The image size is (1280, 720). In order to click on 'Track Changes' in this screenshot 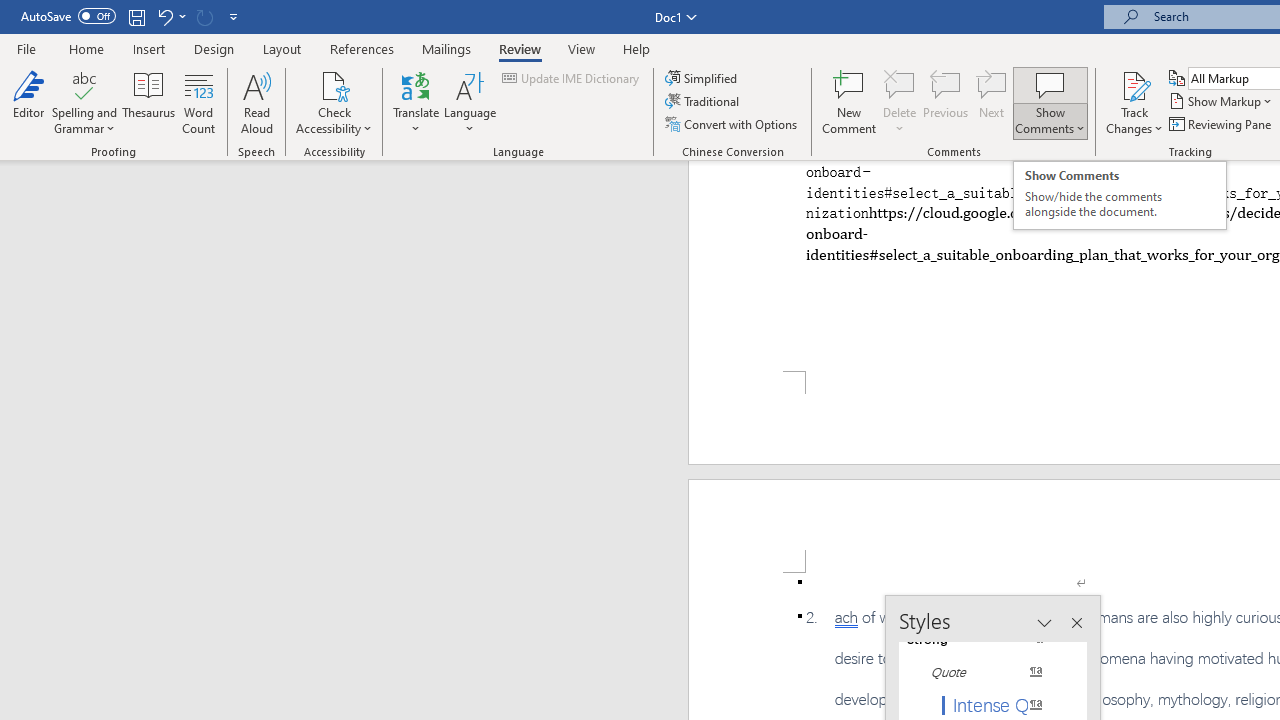, I will do `click(1134, 103)`.